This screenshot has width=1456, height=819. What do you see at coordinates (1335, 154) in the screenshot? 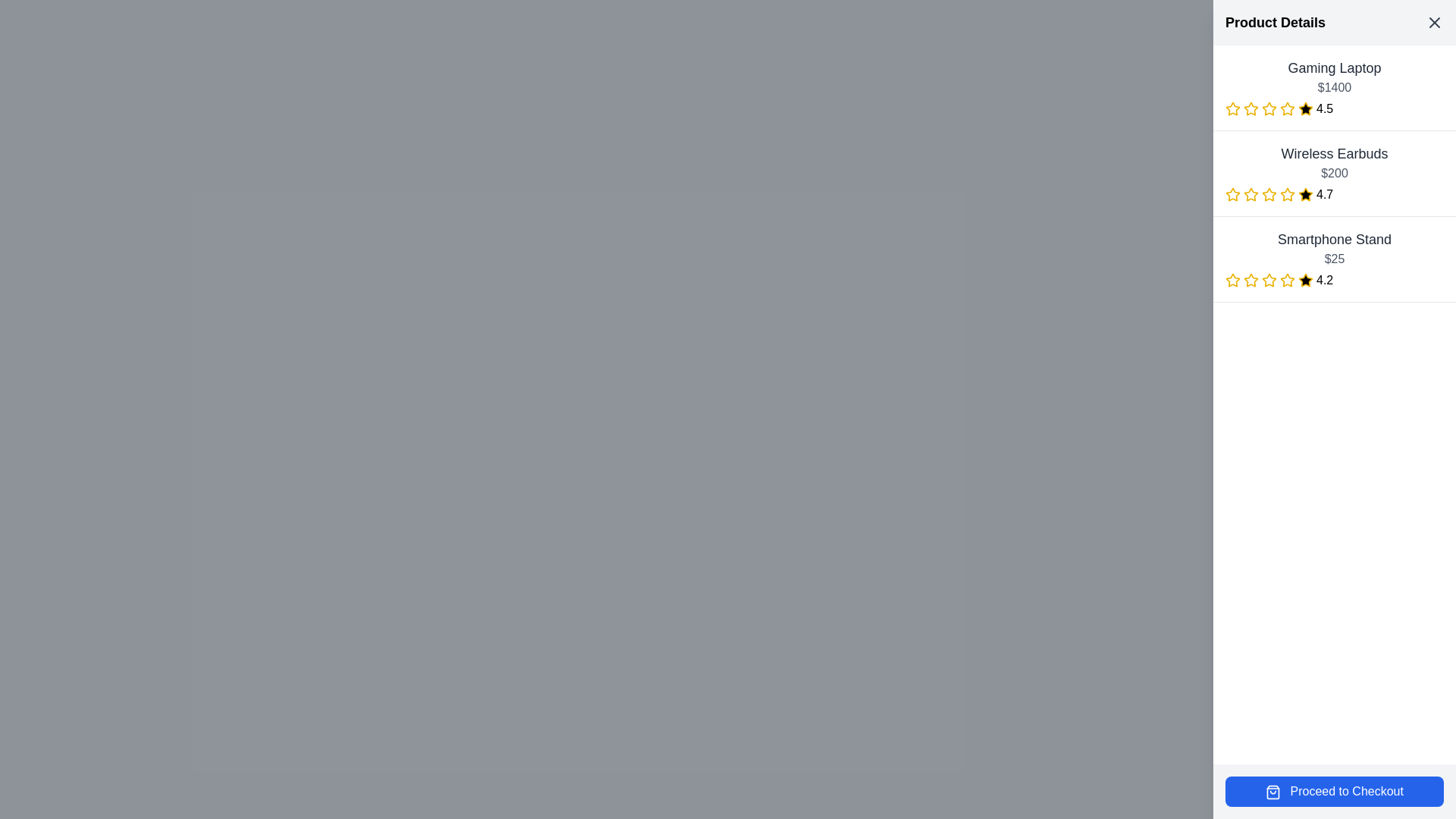
I see `text label that identifies the product as 'Wireless Earbuds', located in the second product entry of a vertically stacked list, positioned below 'Gaming Laptop' and above 'Smartphone Stand'` at bounding box center [1335, 154].